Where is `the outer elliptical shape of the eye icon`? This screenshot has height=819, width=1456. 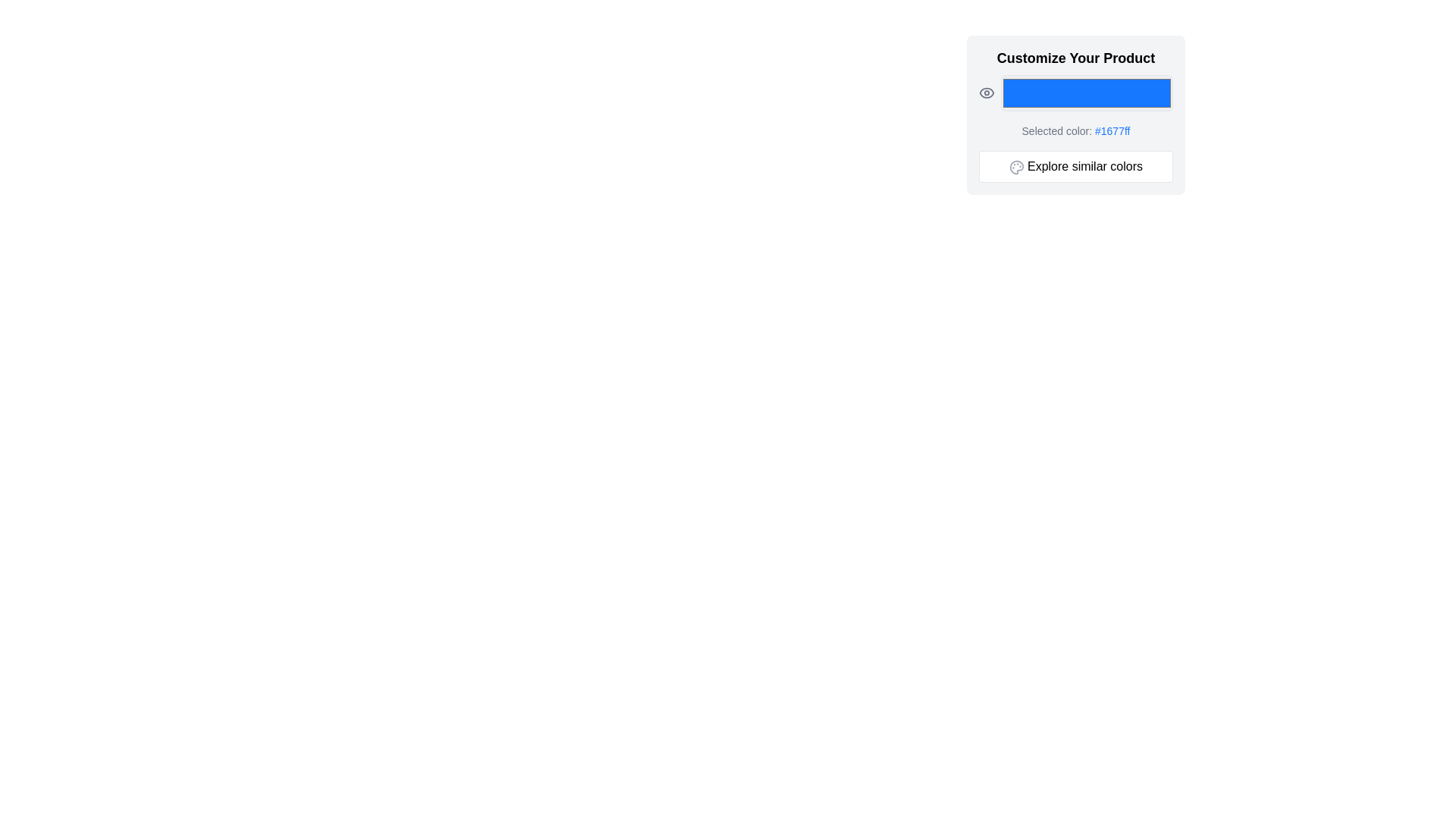 the outer elliptical shape of the eye icon is located at coordinates (987, 93).